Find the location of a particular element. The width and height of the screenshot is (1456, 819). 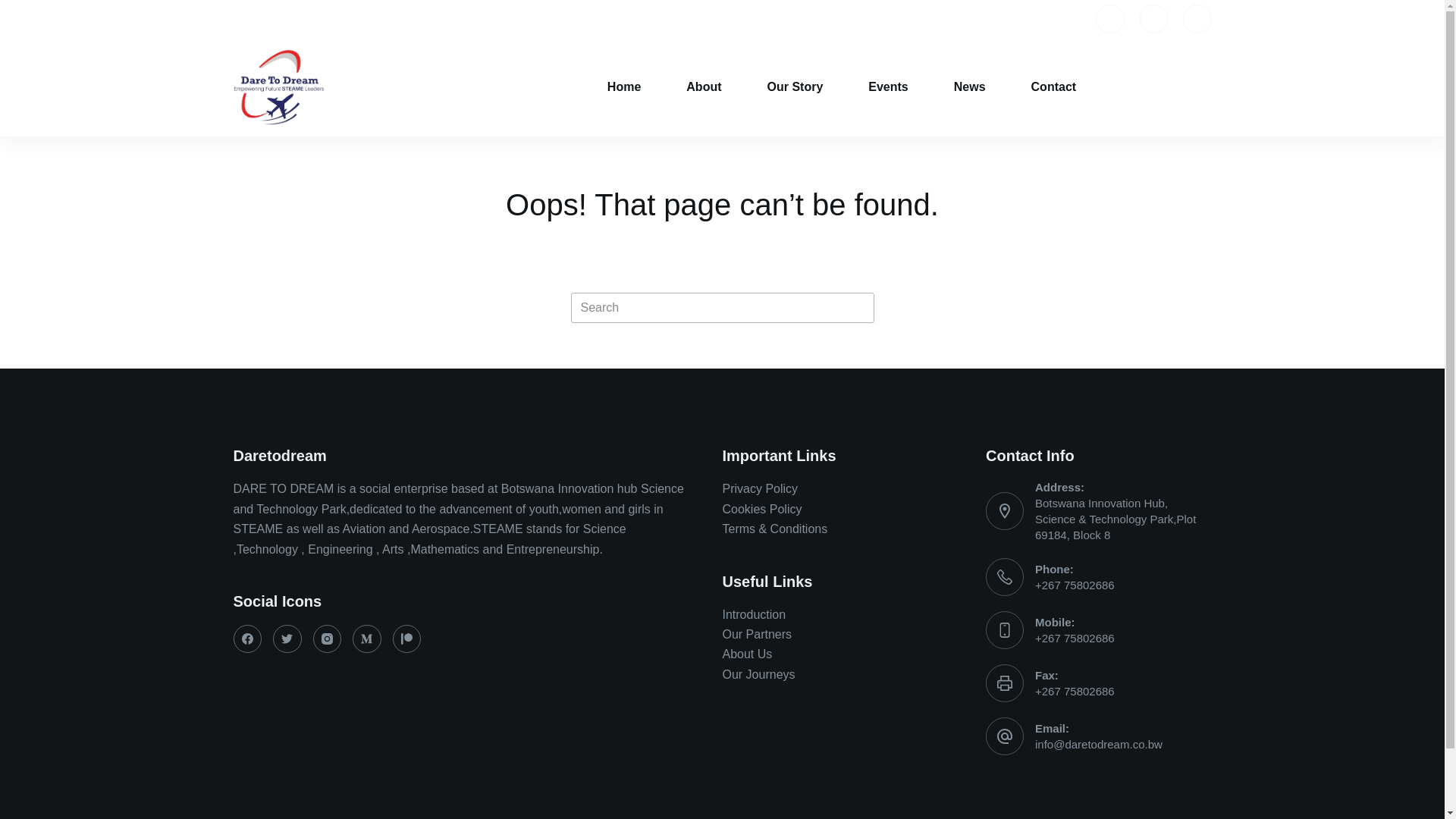

'Skip to content' is located at coordinates (0, 8).